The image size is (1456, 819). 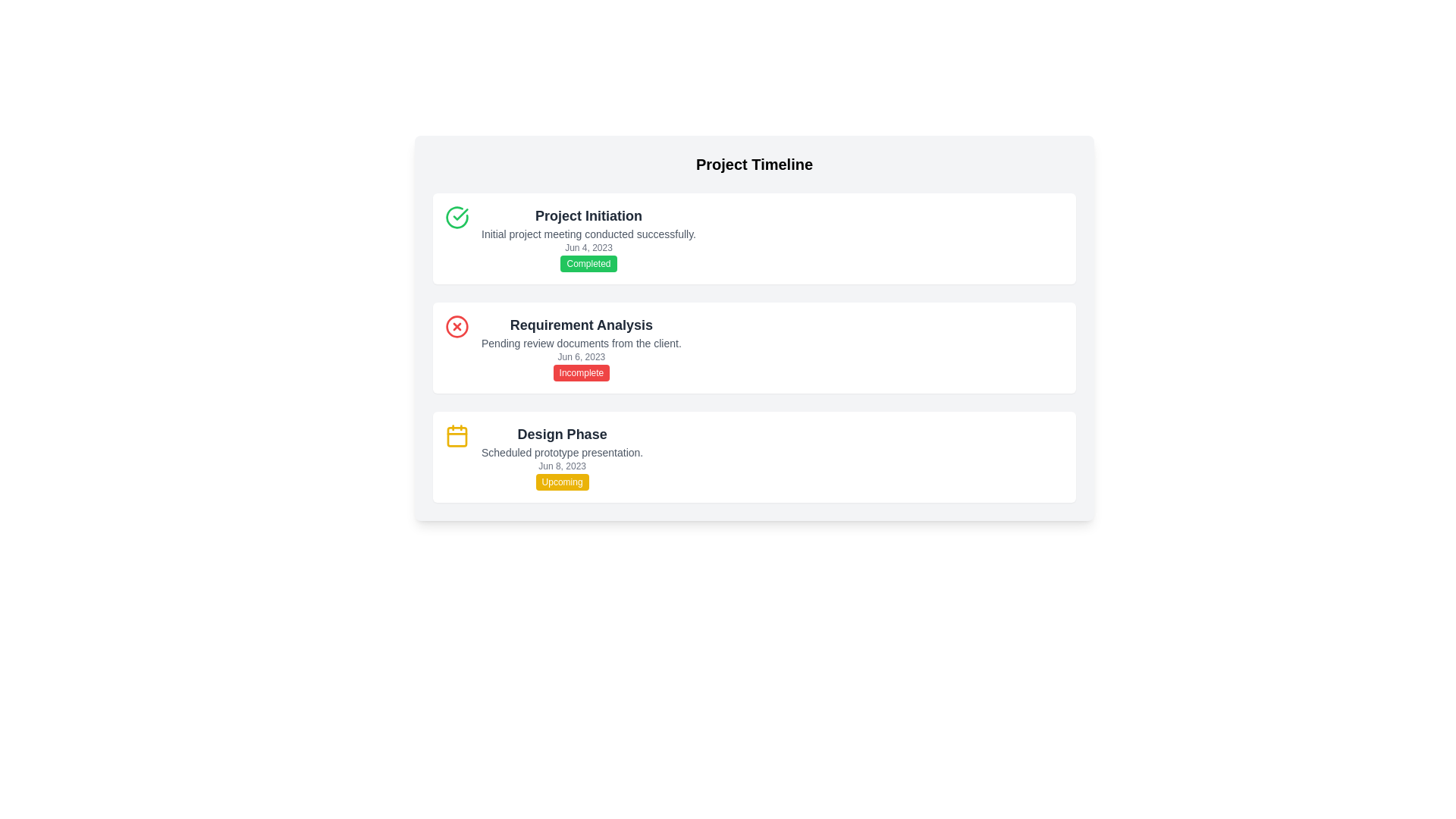 What do you see at coordinates (754, 239) in the screenshot?
I see `the card titled 'Project Initiation' which has a white background, rounded corners, and displays the status 'Completed' in a green badge at the bottom` at bounding box center [754, 239].